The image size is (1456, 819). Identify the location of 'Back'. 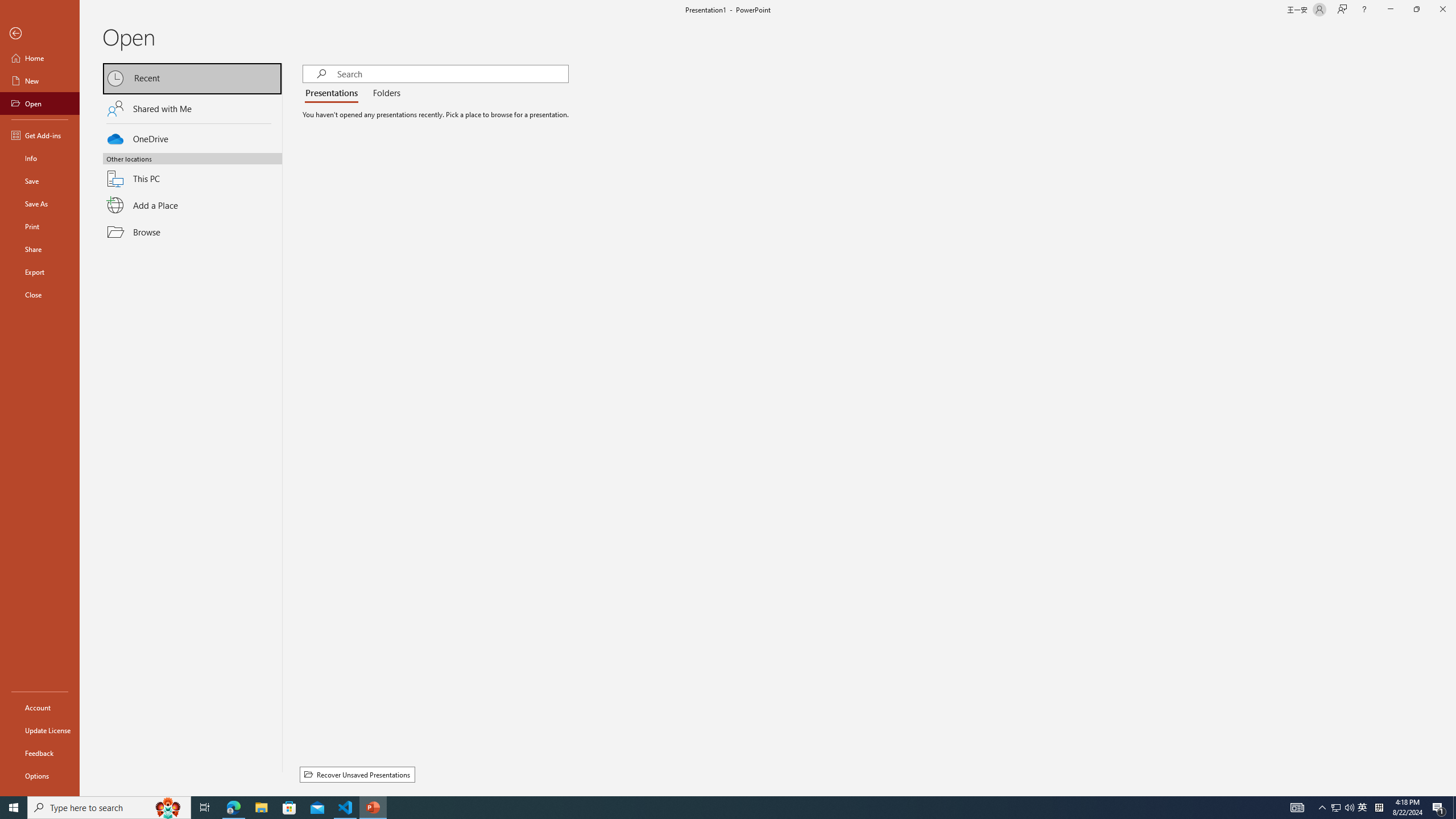
(39, 33).